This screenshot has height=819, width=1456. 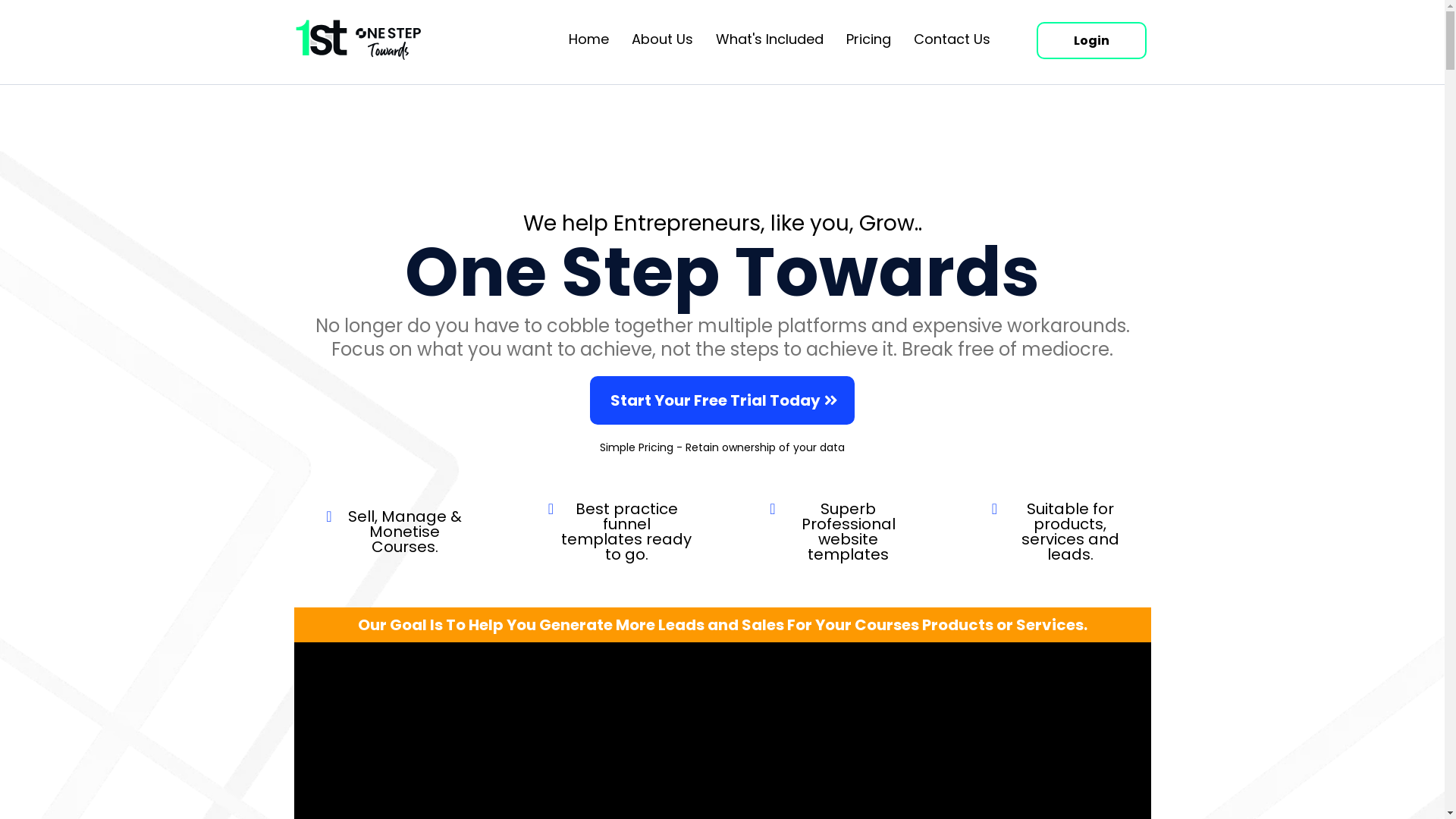 What do you see at coordinates (588, 39) in the screenshot?
I see `'Home'` at bounding box center [588, 39].